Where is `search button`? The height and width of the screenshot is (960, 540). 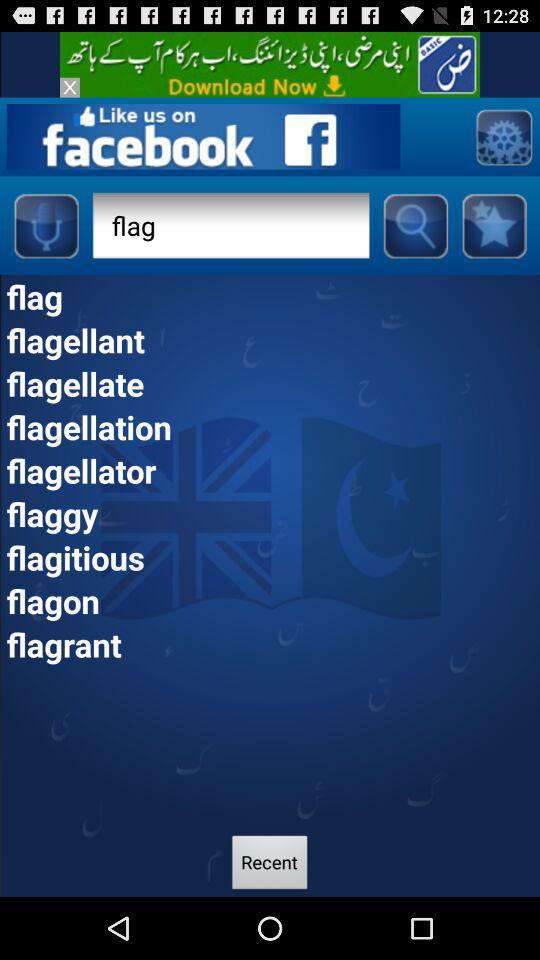 search button is located at coordinates (414, 225).